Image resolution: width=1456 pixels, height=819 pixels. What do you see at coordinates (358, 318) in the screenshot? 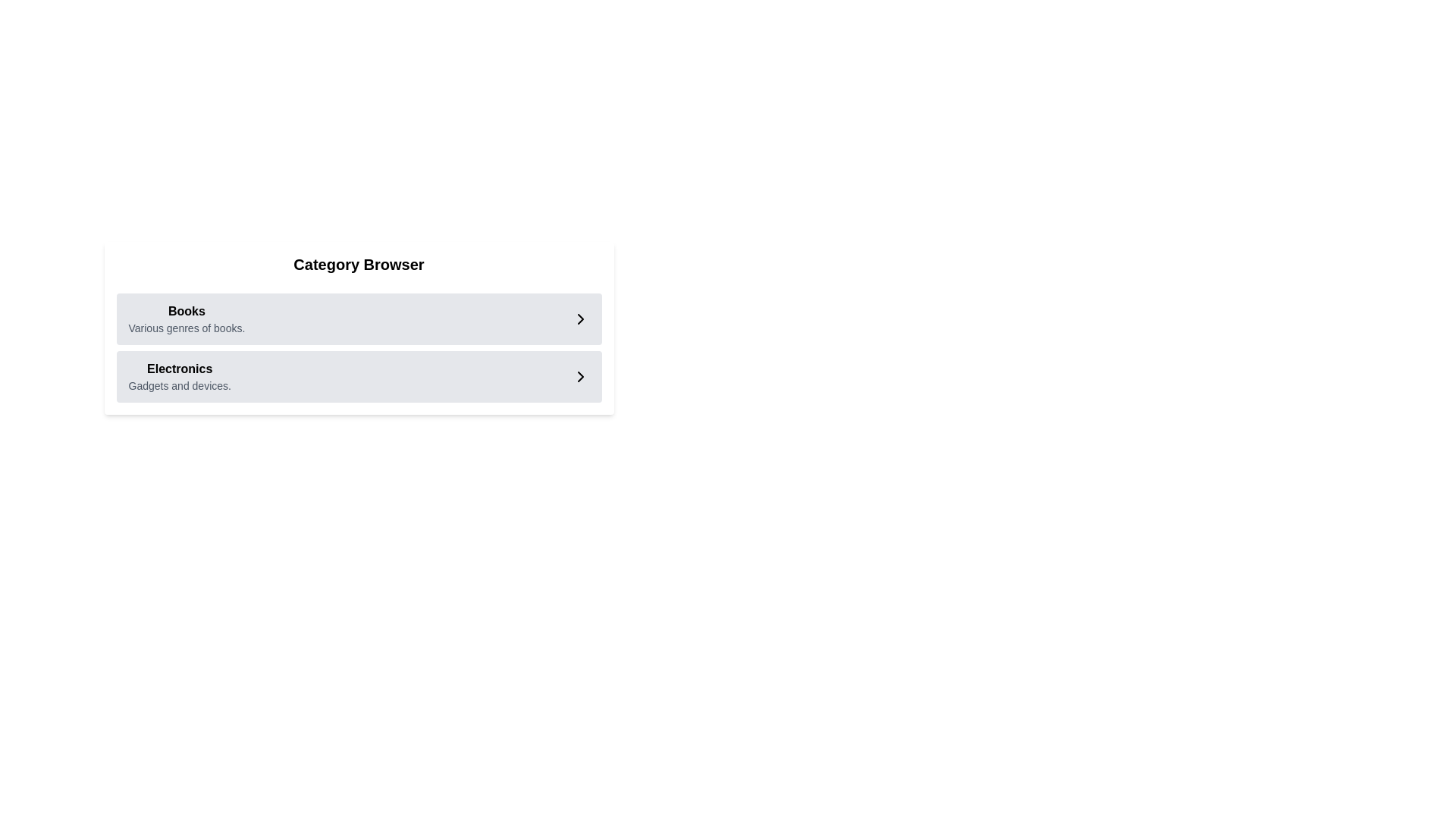
I see `the first listed item in the 'Category Browser'` at bounding box center [358, 318].